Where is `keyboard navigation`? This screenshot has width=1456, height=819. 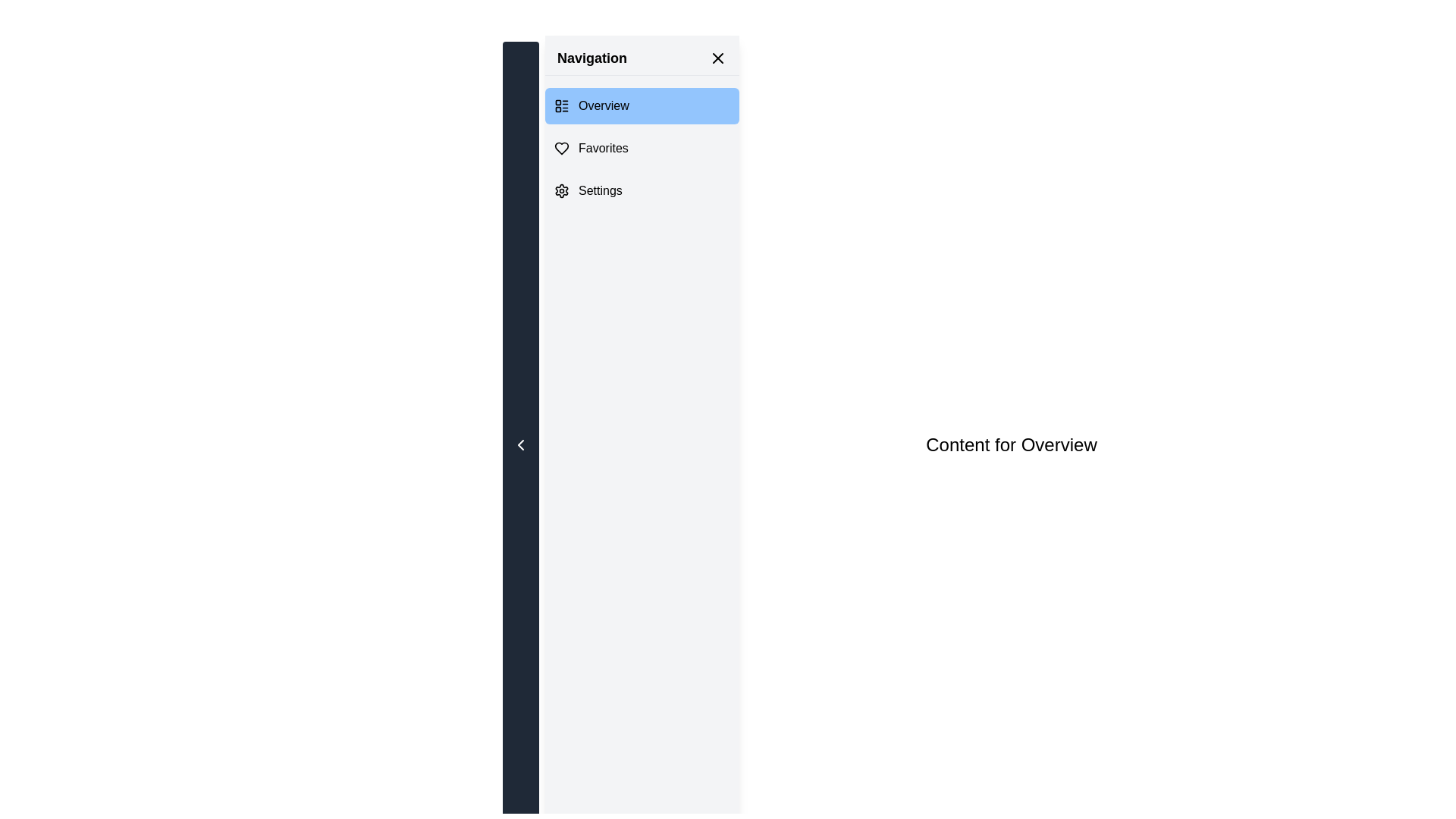 keyboard navigation is located at coordinates (642, 149).